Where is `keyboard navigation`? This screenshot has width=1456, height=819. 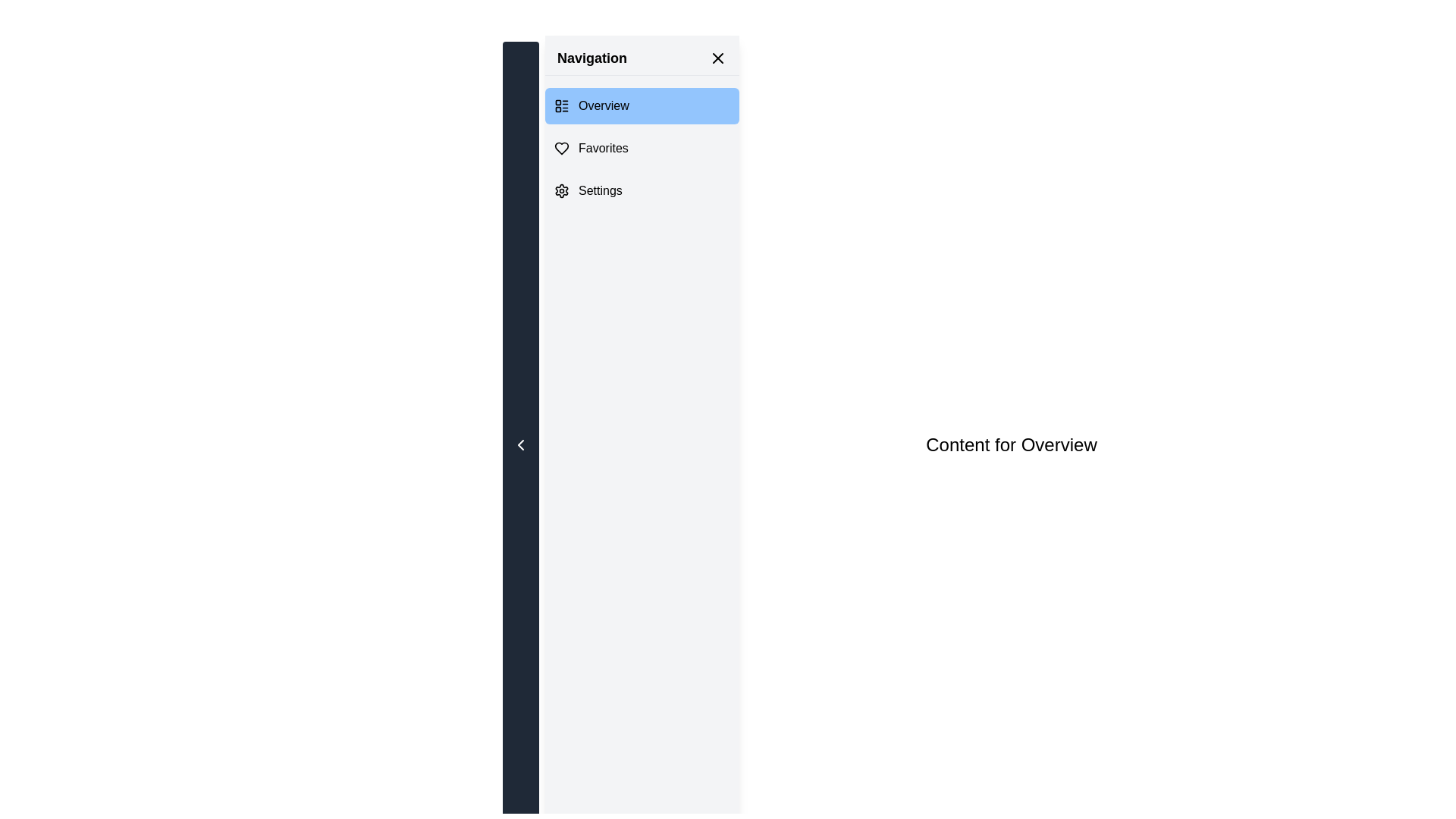 keyboard navigation is located at coordinates (642, 149).